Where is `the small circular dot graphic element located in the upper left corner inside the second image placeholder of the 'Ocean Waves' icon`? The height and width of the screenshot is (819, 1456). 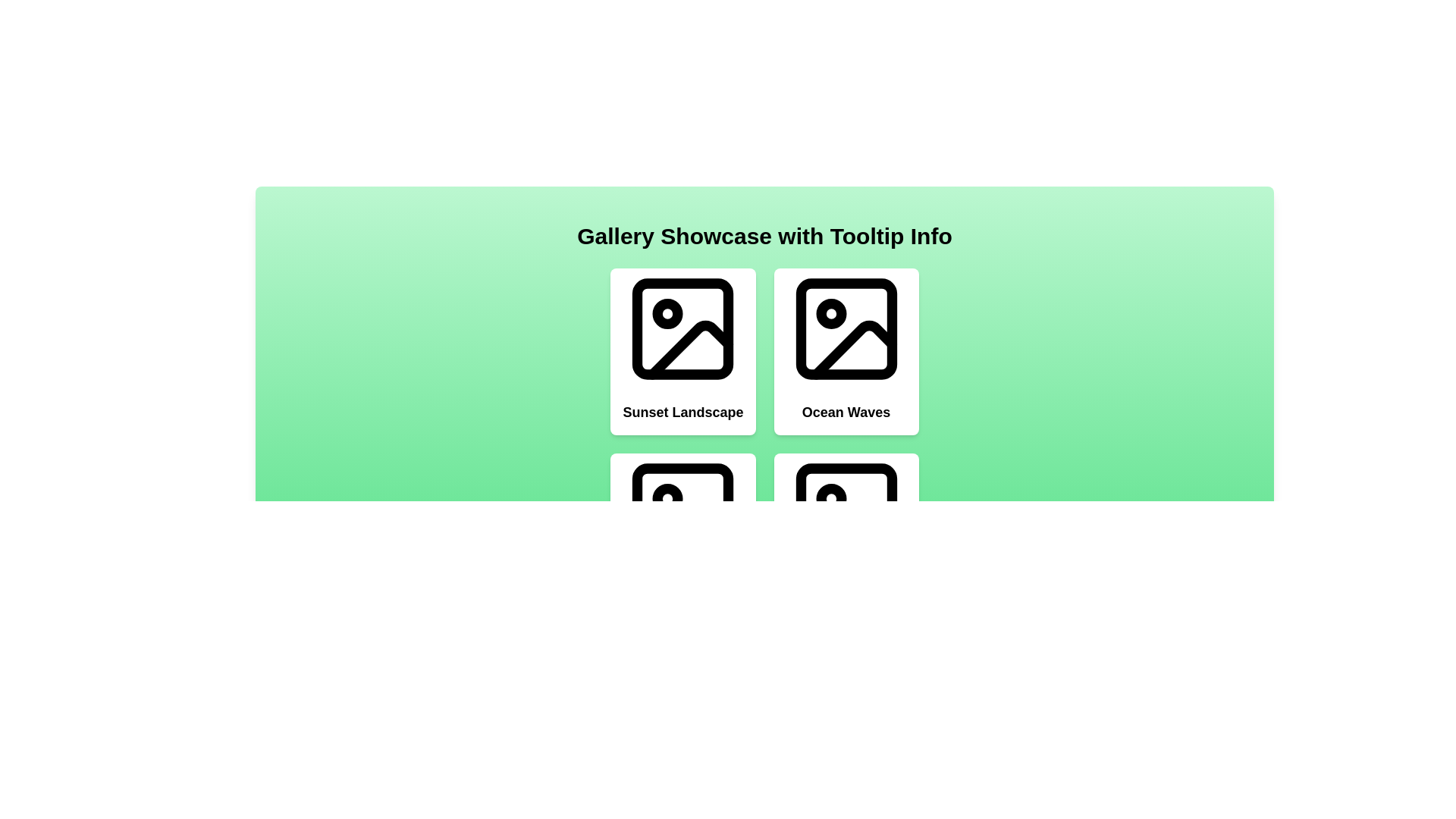 the small circular dot graphic element located in the upper left corner inside the second image placeholder of the 'Ocean Waves' icon is located at coordinates (830, 312).